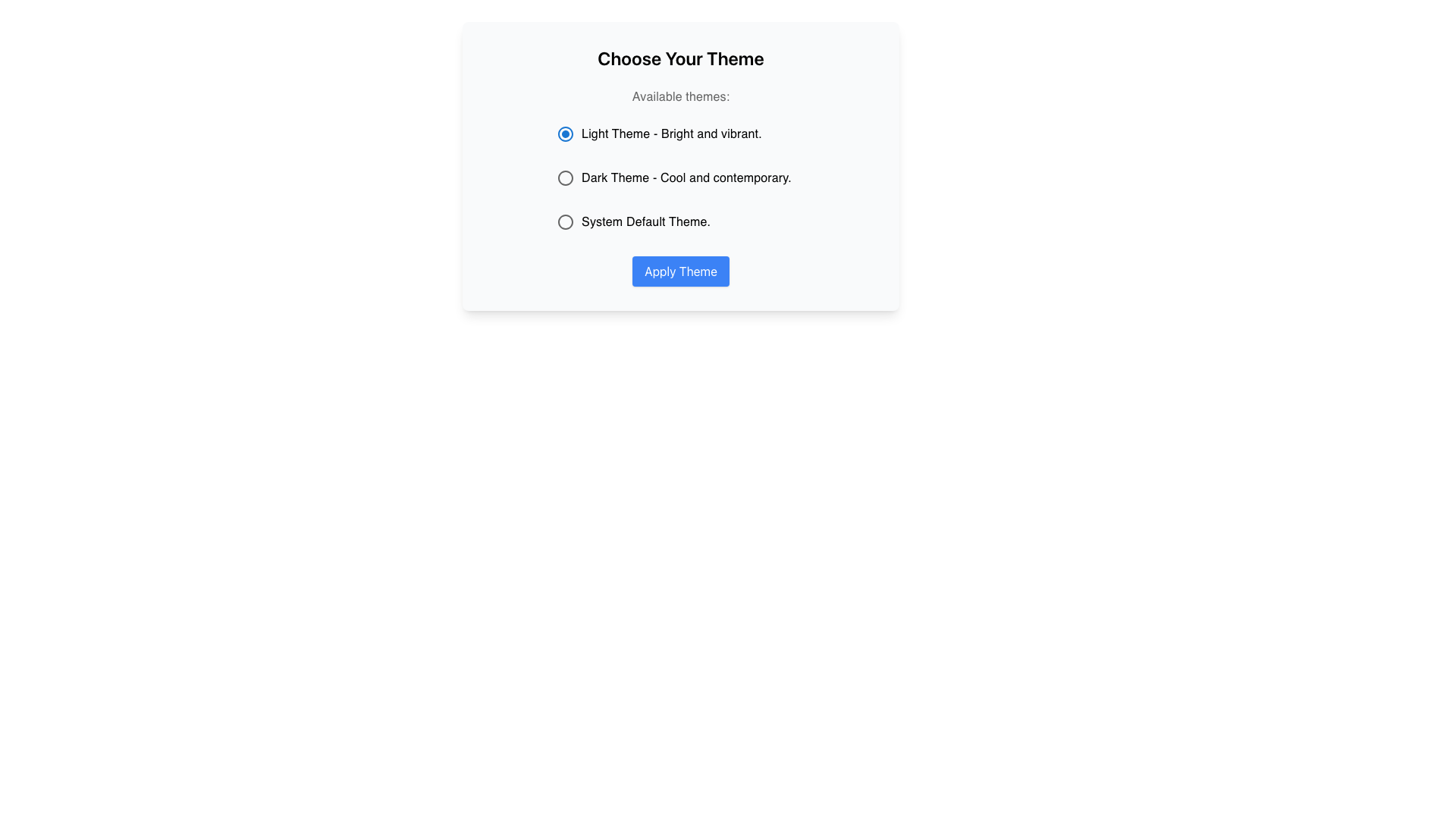 Image resolution: width=1456 pixels, height=819 pixels. What do you see at coordinates (565, 133) in the screenshot?
I see `the 'Light Theme' radio button` at bounding box center [565, 133].